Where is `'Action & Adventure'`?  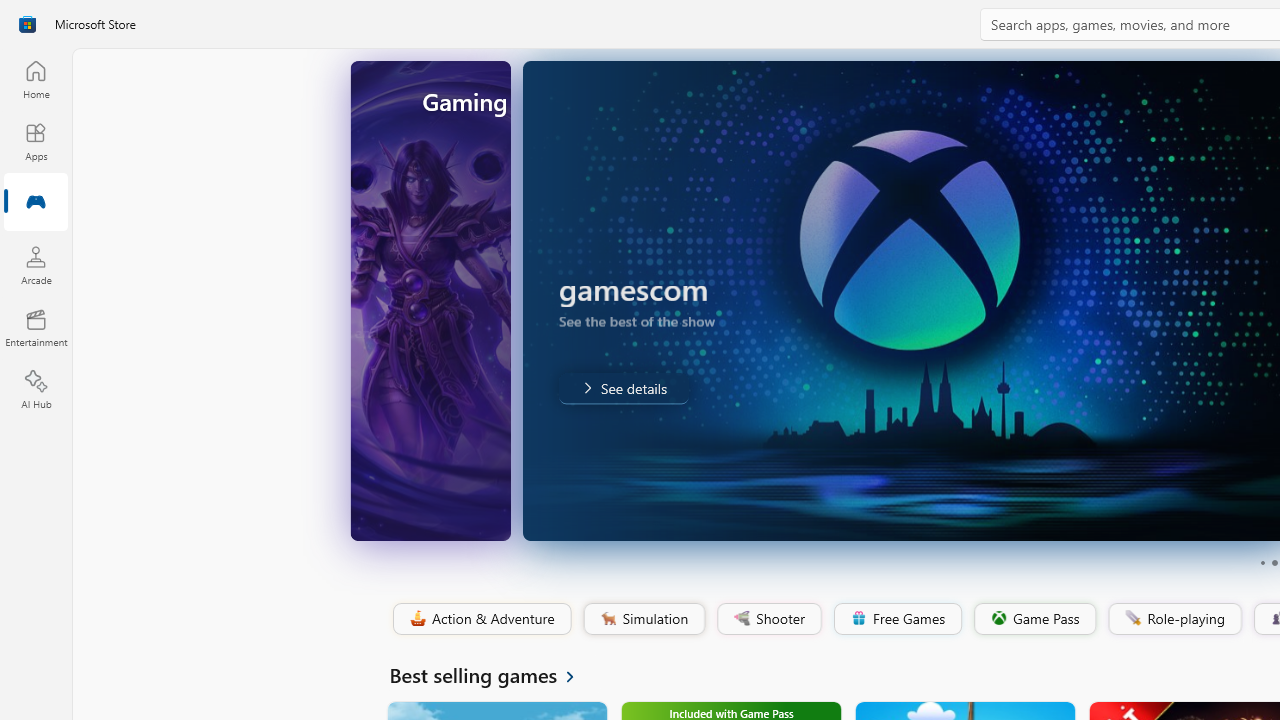
'Action & Adventure' is located at coordinates (480, 618).